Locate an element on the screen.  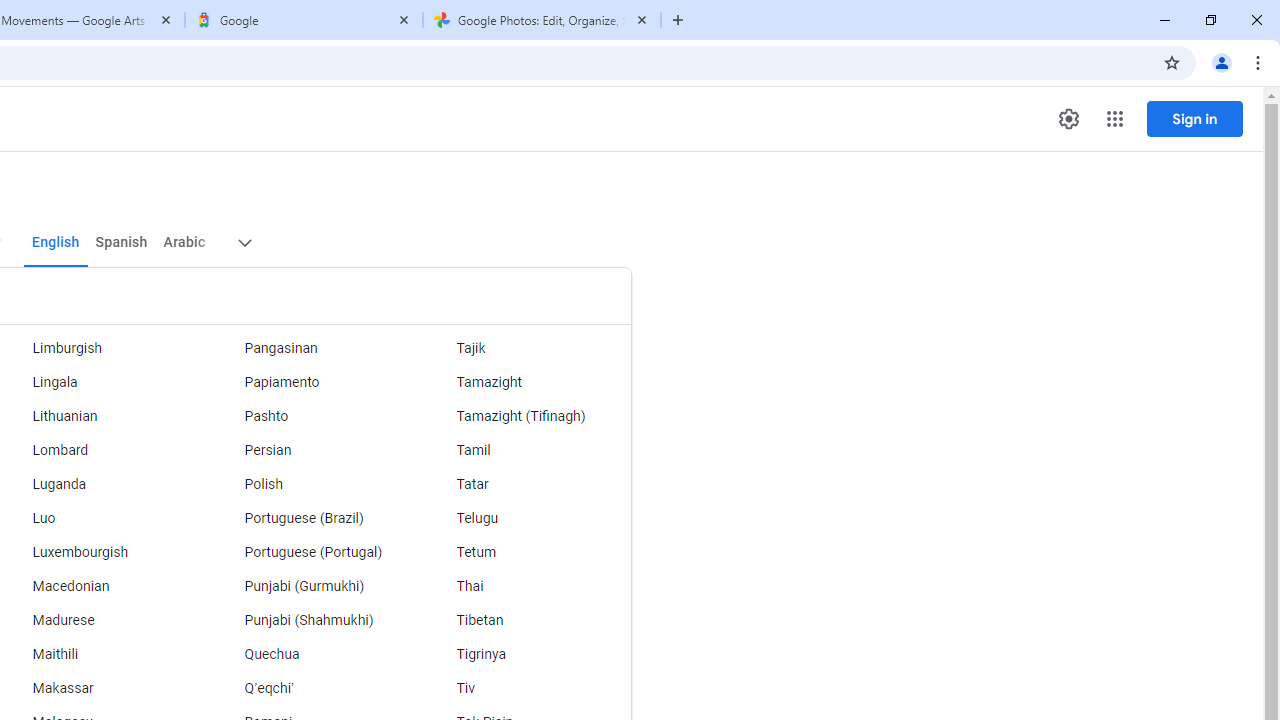
'More target languages' is located at coordinates (243, 242).